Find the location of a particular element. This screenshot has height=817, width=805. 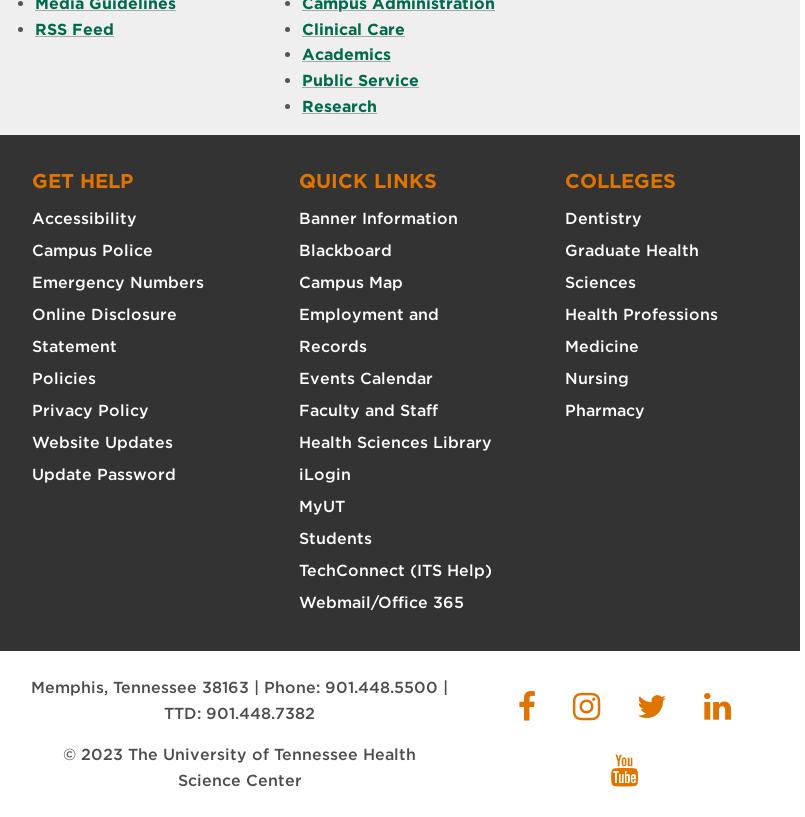

'Medicine' is located at coordinates (564, 345).